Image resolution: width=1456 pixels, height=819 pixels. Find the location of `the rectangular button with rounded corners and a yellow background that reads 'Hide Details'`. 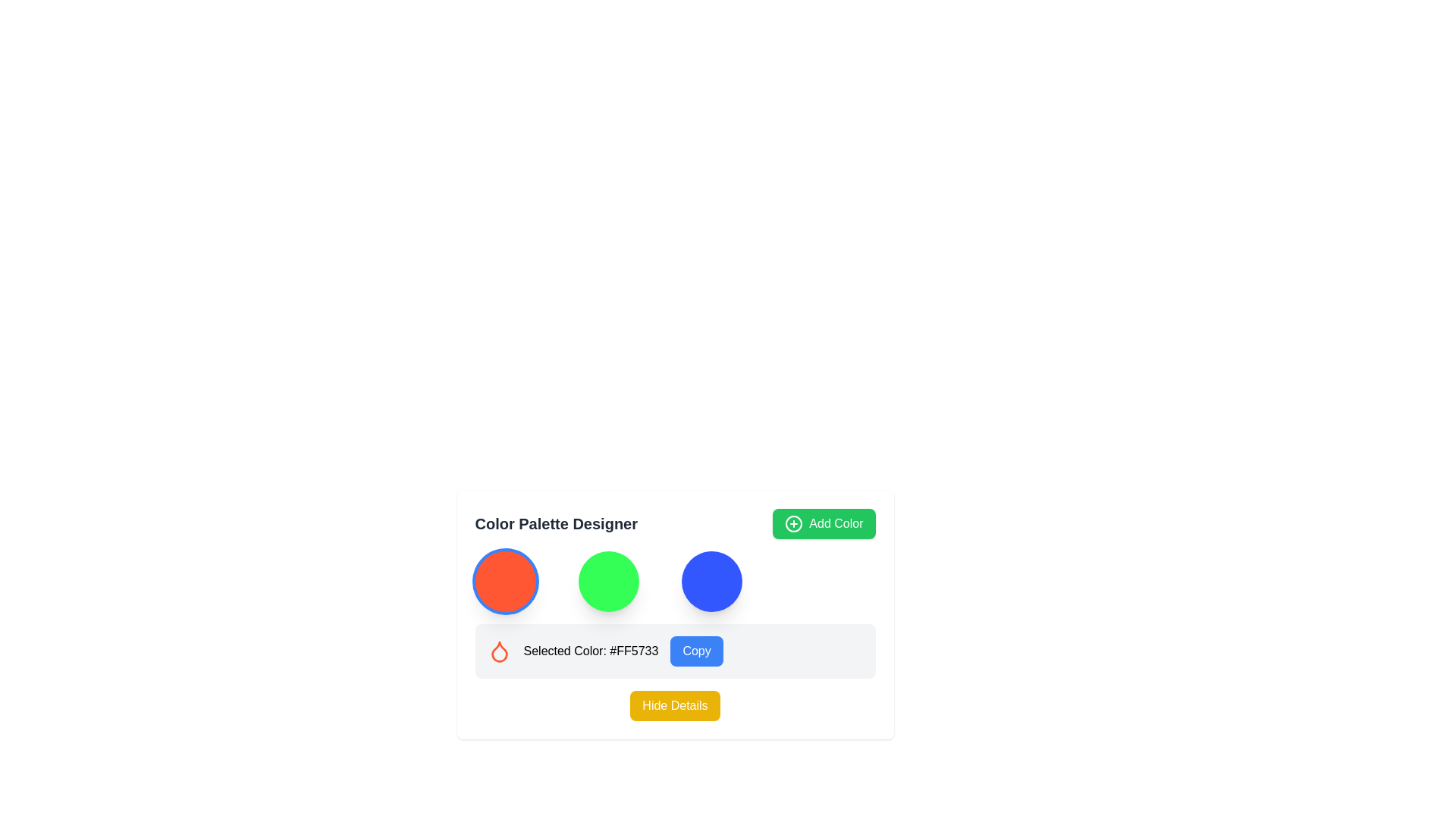

the rectangular button with rounded corners and a yellow background that reads 'Hide Details' is located at coordinates (674, 705).